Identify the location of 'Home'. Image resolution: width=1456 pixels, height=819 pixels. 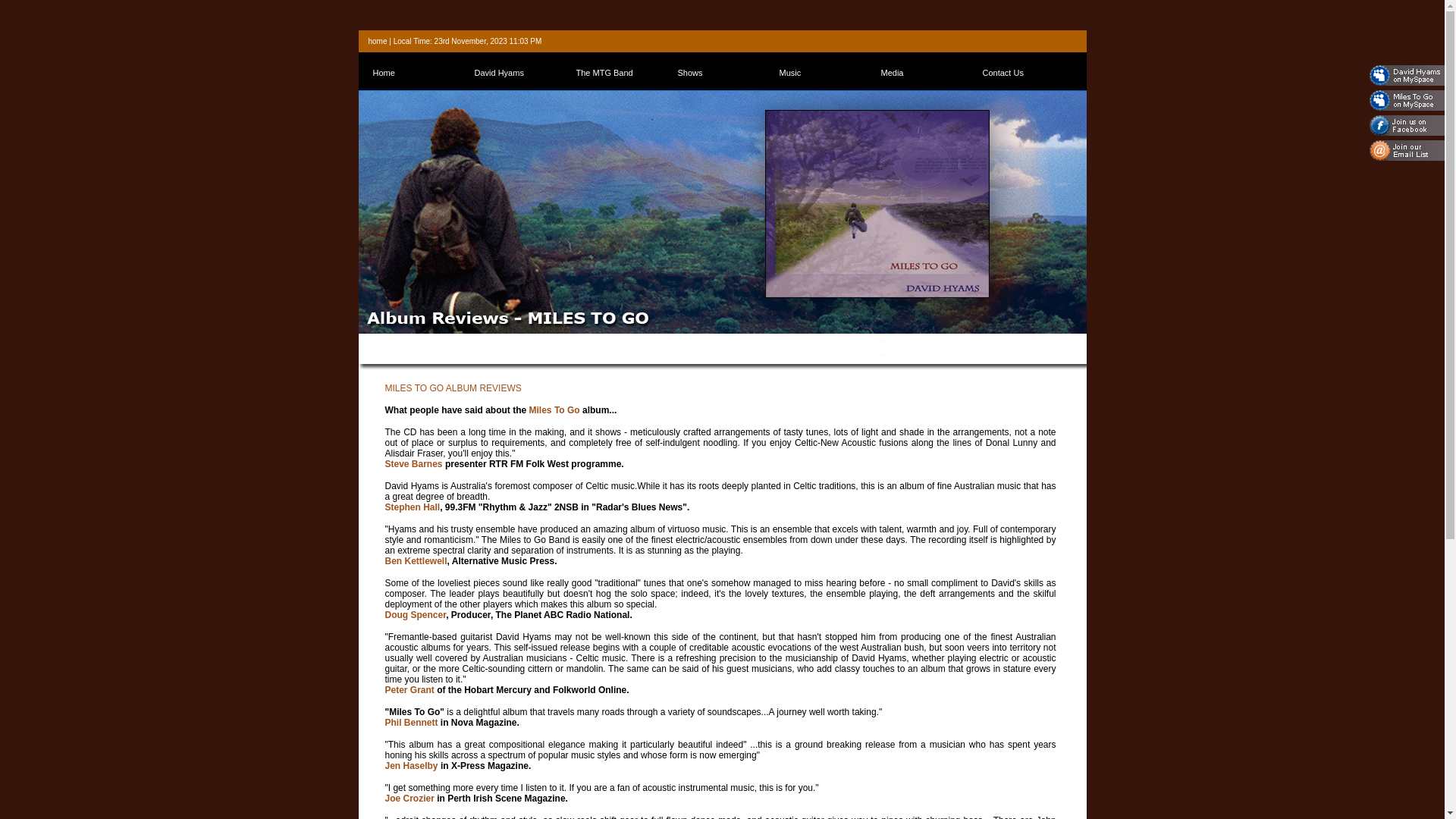
(419, 73).